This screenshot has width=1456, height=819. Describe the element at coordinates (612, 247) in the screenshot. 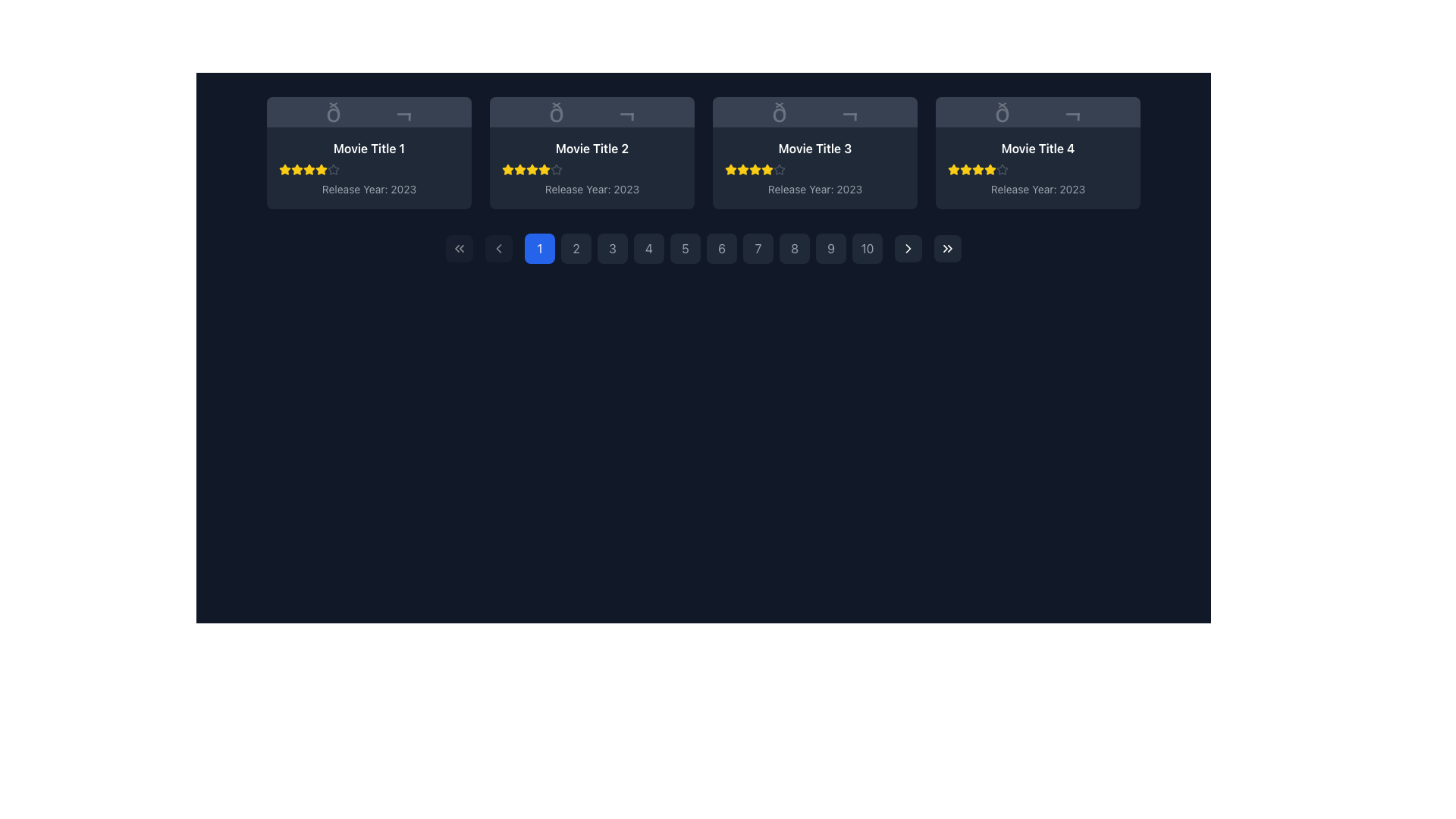

I see `the third pagination button, which is located between buttons '2' and '4' in a row of numbered buttons at the bottom center of the page` at that location.